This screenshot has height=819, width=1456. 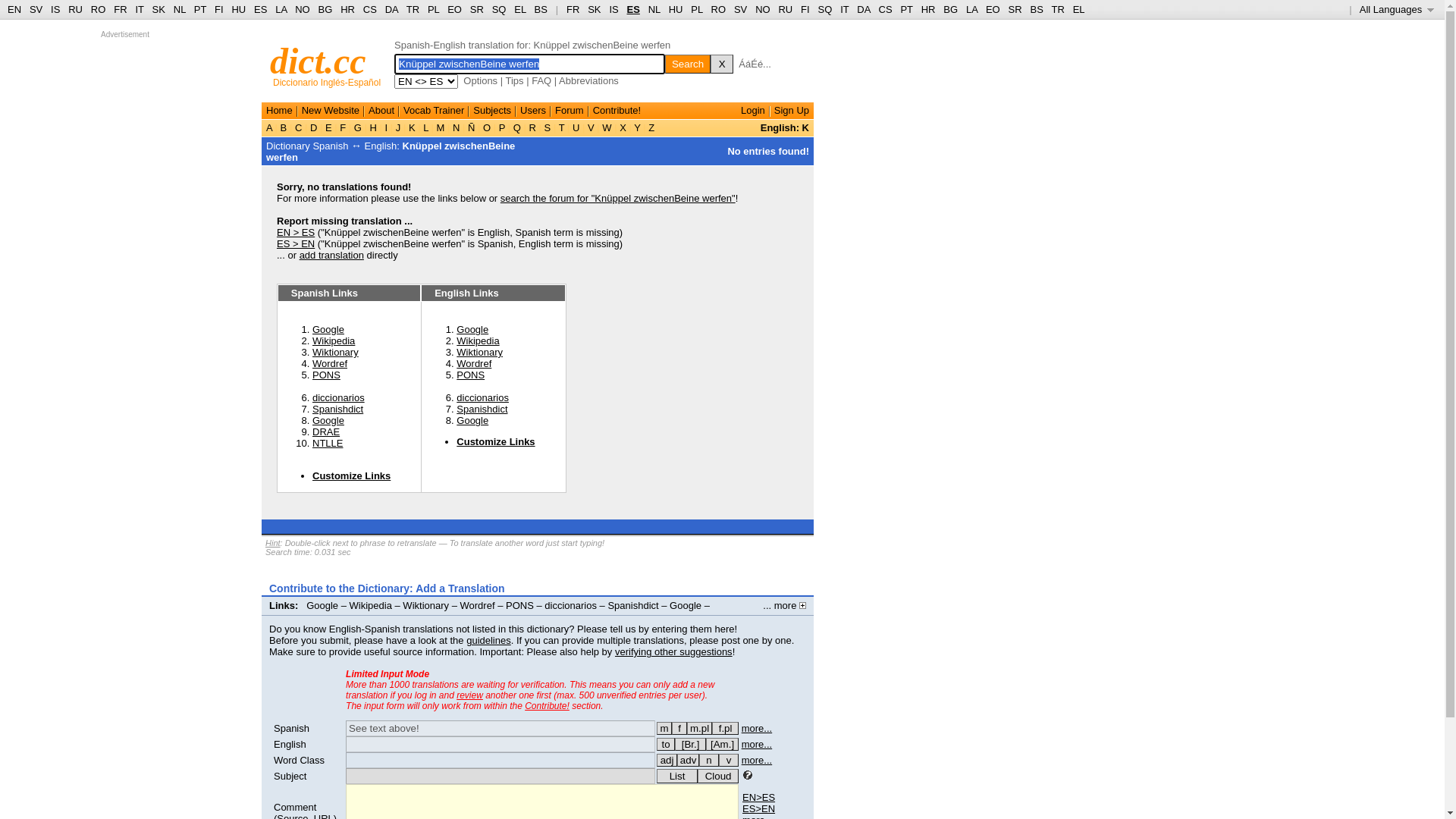 I want to click on 'more...', so click(x=757, y=727).